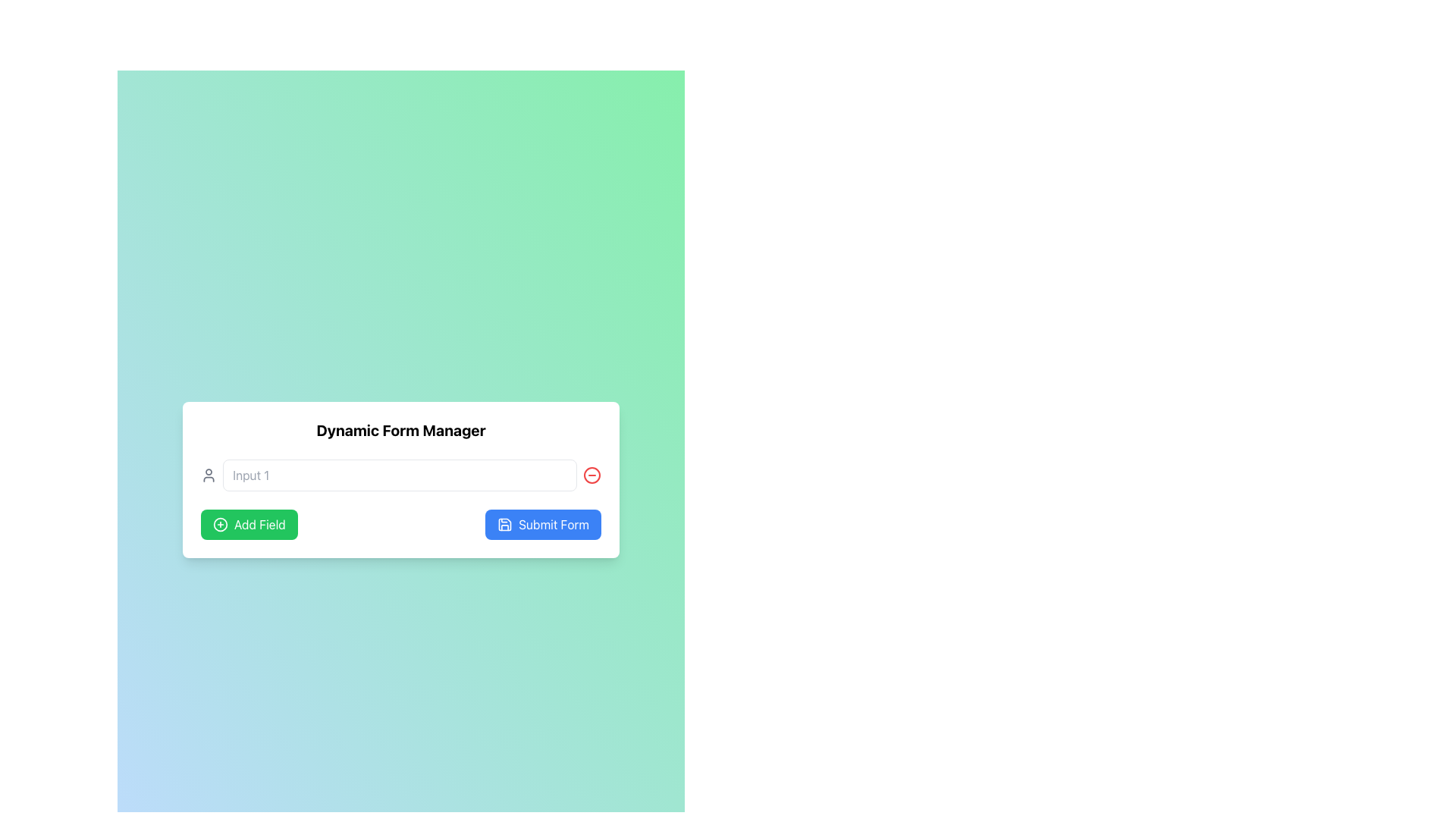 This screenshot has width=1456, height=819. I want to click on the 'Add Field' button's icon, which is a circular outline with a plus sign, so click(220, 523).